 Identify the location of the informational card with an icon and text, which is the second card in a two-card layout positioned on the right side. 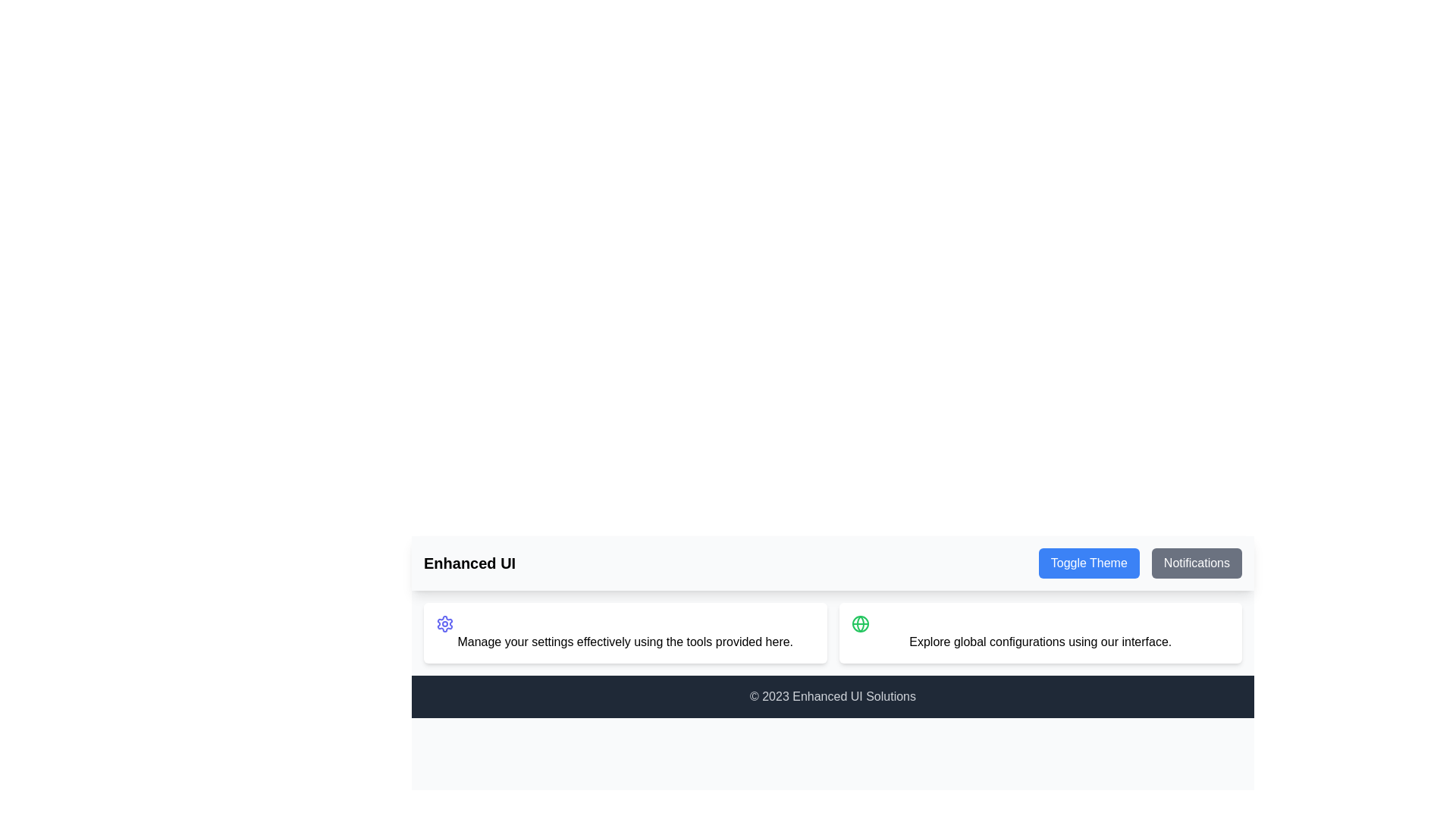
(1040, 632).